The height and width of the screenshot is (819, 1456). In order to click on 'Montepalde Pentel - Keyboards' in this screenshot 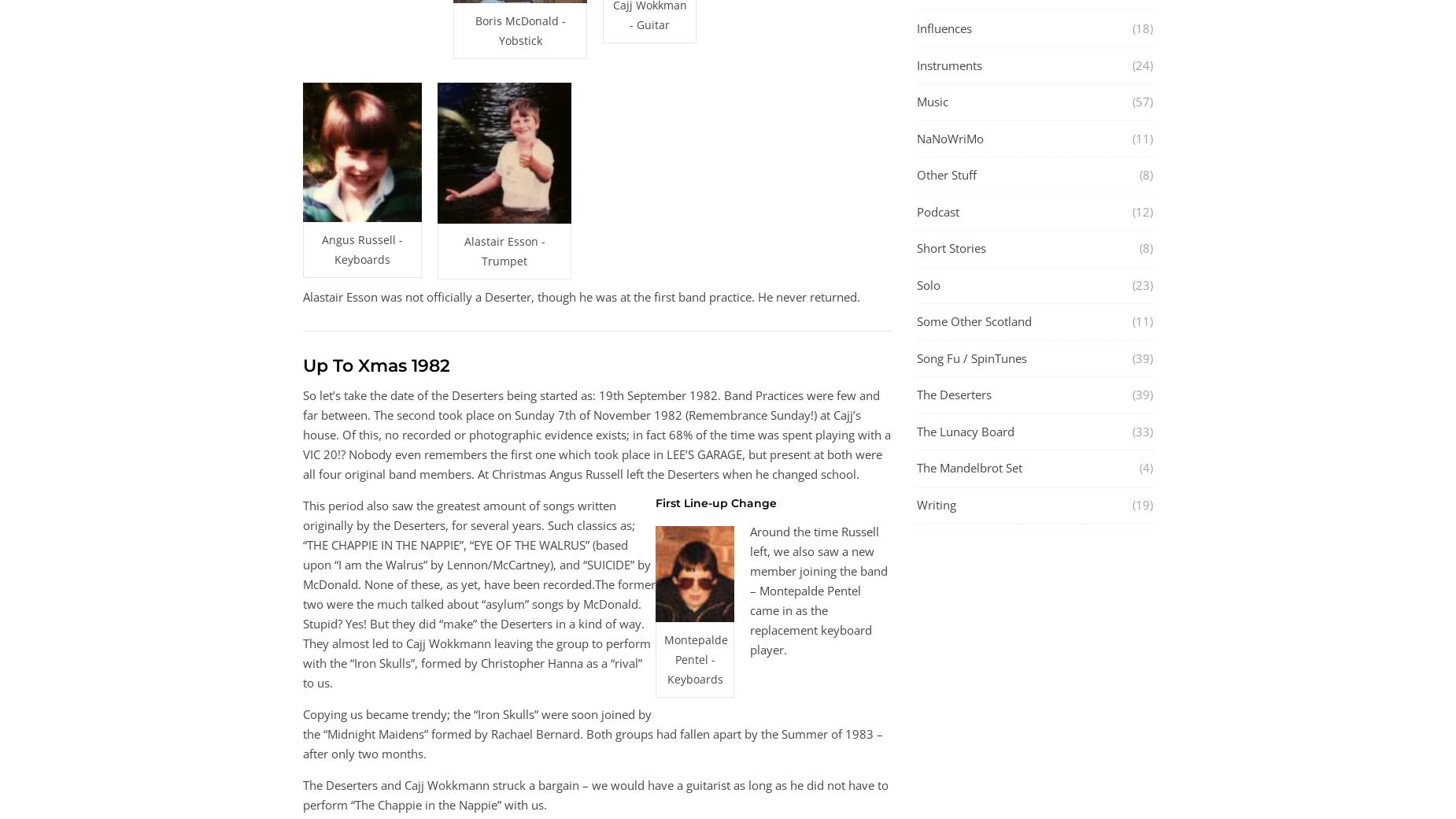, I will do `click(696, 658)`.